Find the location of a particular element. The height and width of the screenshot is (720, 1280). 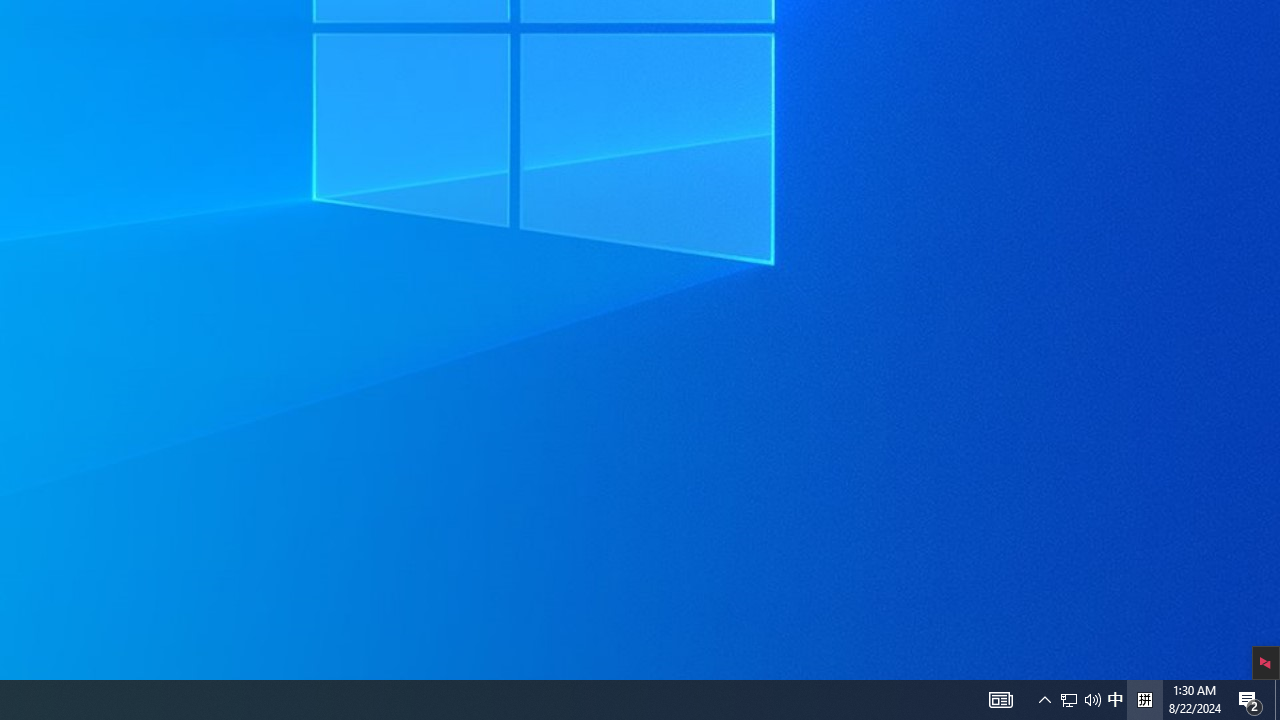

'Q2790: 100%' is located at coordinates (1079, 698).